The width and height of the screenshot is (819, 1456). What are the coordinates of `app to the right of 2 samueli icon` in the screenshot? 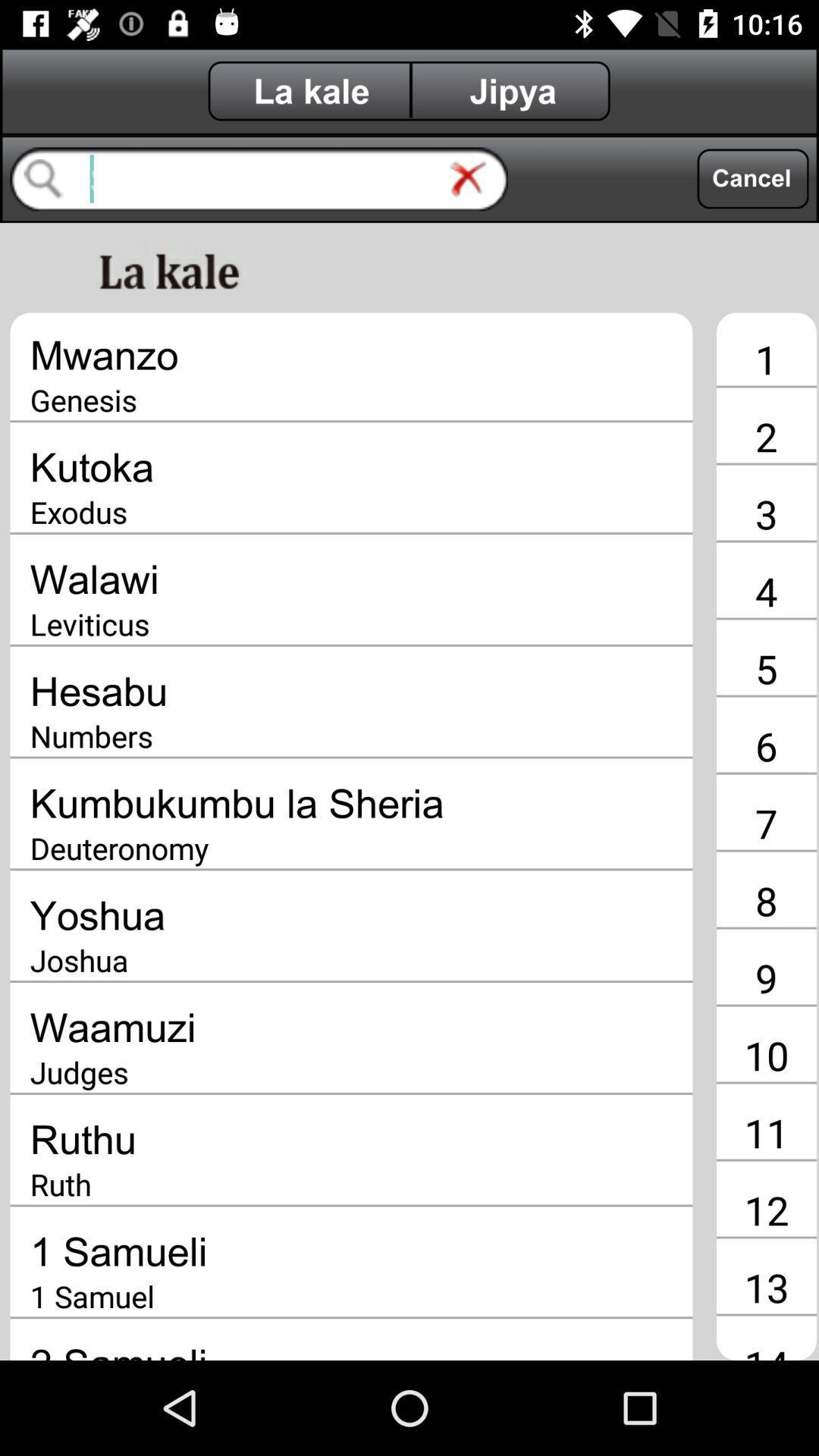 It's located at (766, 1349).